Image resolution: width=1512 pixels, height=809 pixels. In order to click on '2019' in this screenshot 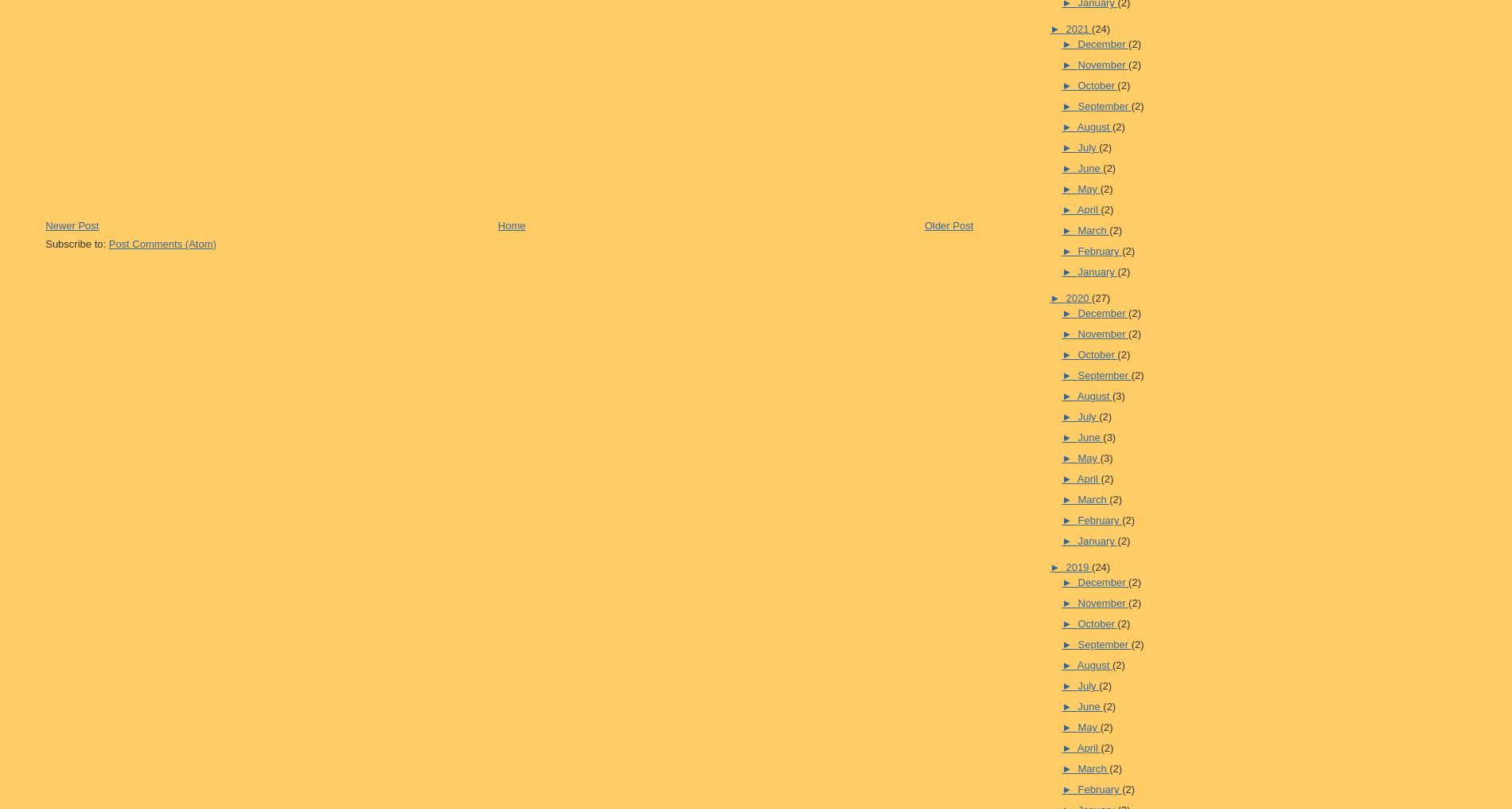, I will do `click(1077, 566)`.